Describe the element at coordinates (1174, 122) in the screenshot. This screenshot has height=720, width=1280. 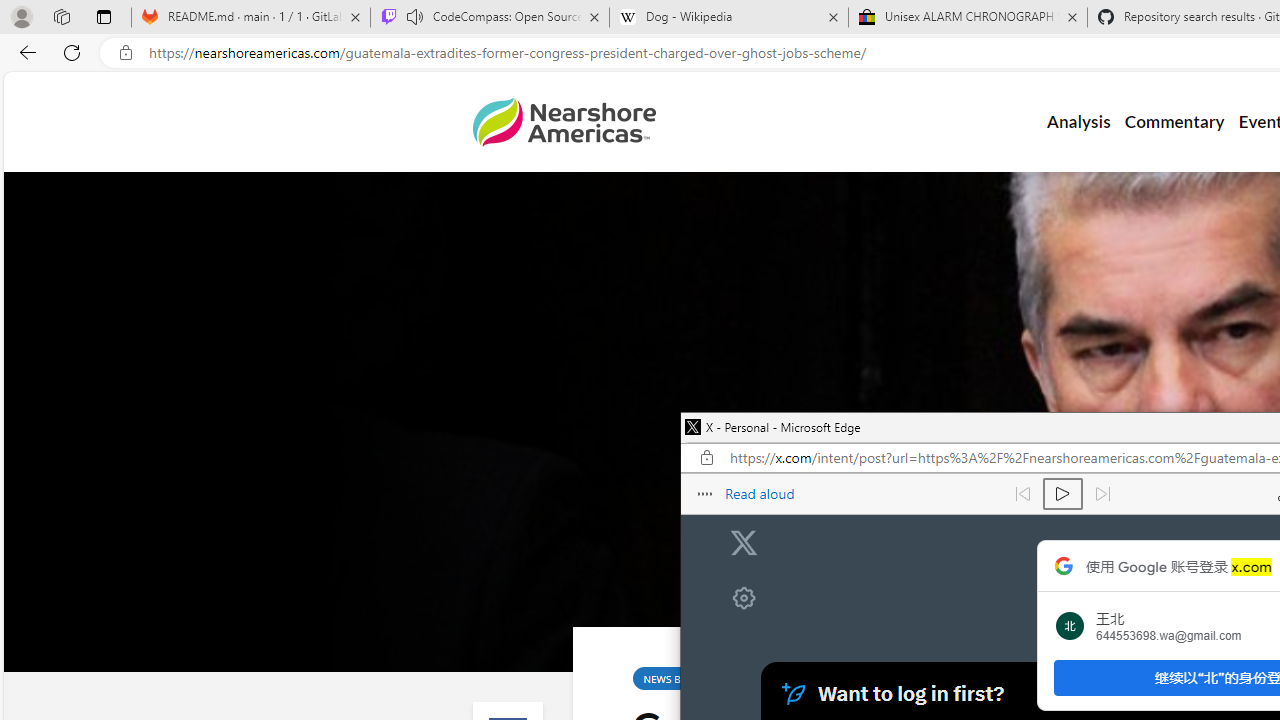
I see `'Commentary'` at that location.